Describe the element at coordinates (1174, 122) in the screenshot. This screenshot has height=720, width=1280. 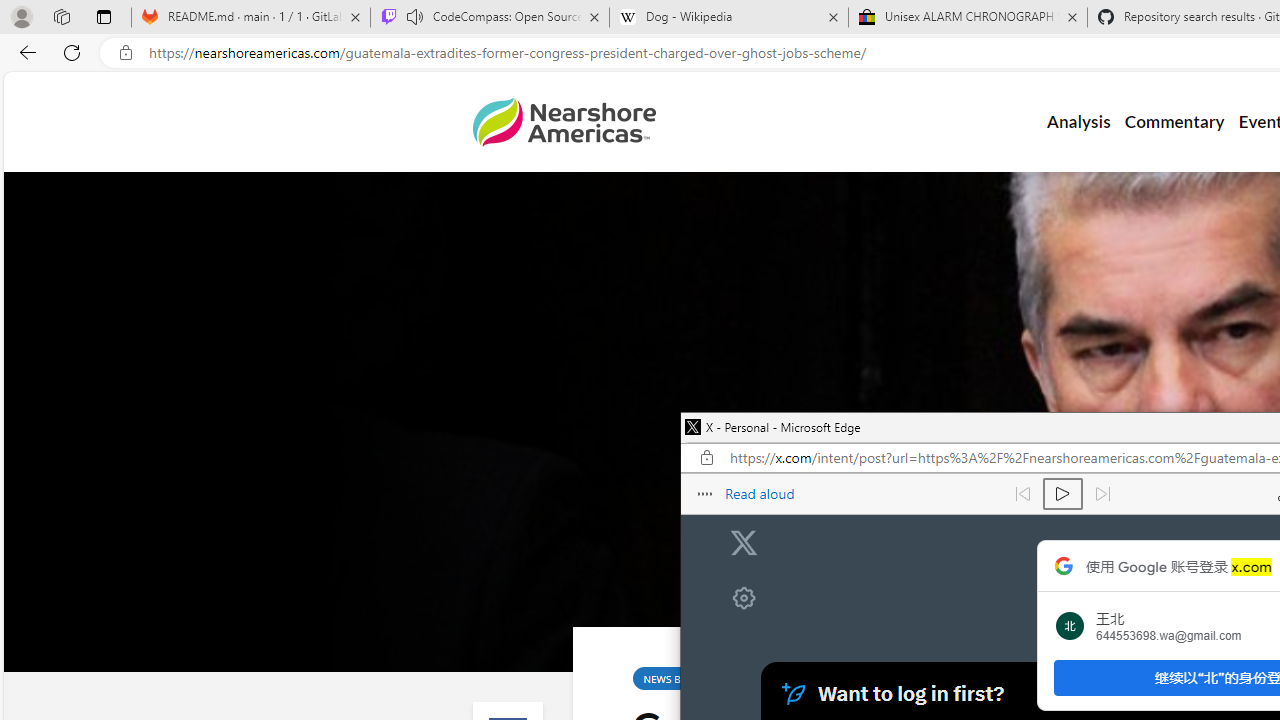
I see `'Commentary'` at that location.